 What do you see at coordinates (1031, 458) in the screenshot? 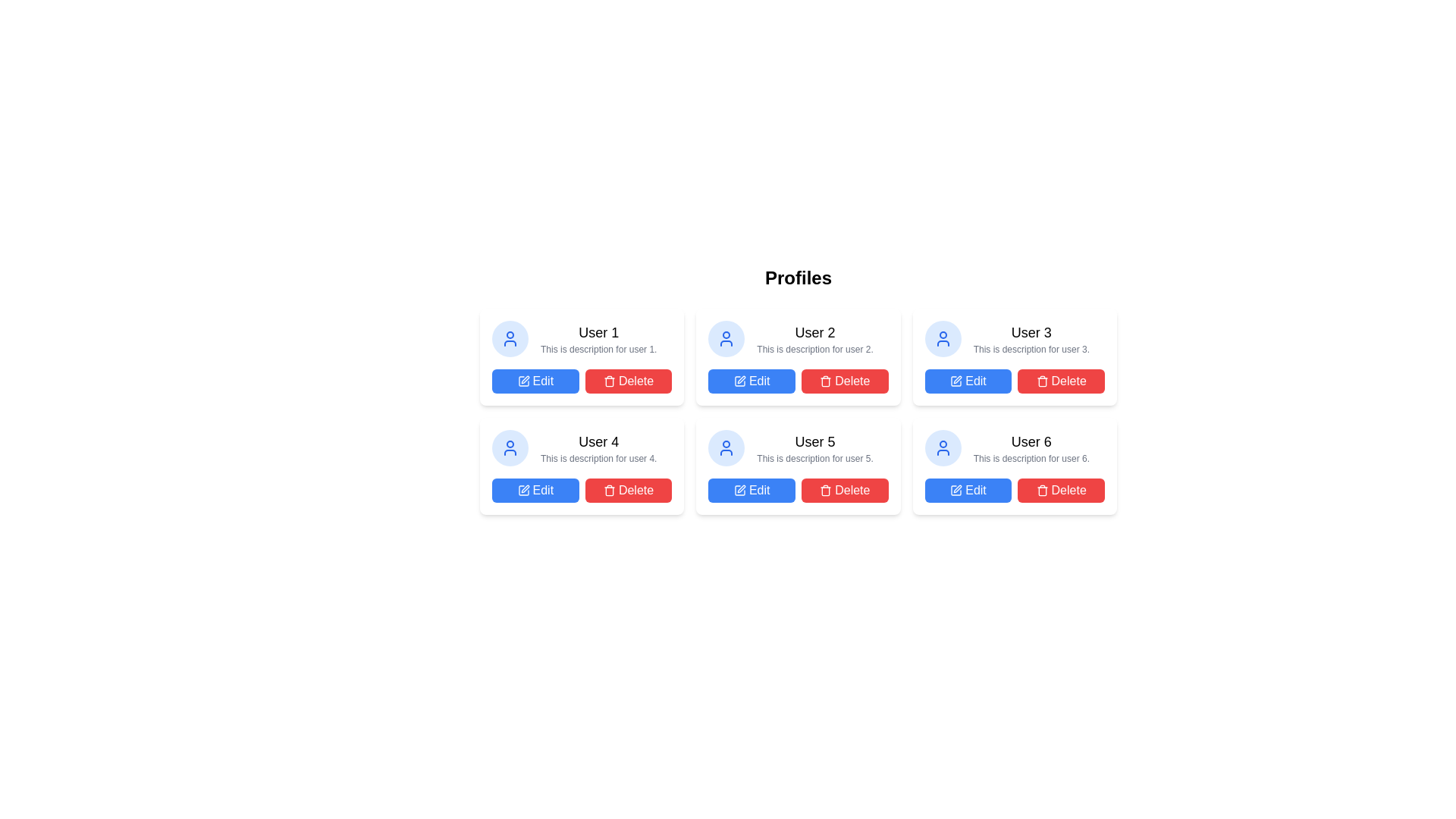
I see `text label that reads 'This is description for user 6.' located below the user name 'User 6' on the bottom-right card in the grid layout` at bounding box center [1031, 458].